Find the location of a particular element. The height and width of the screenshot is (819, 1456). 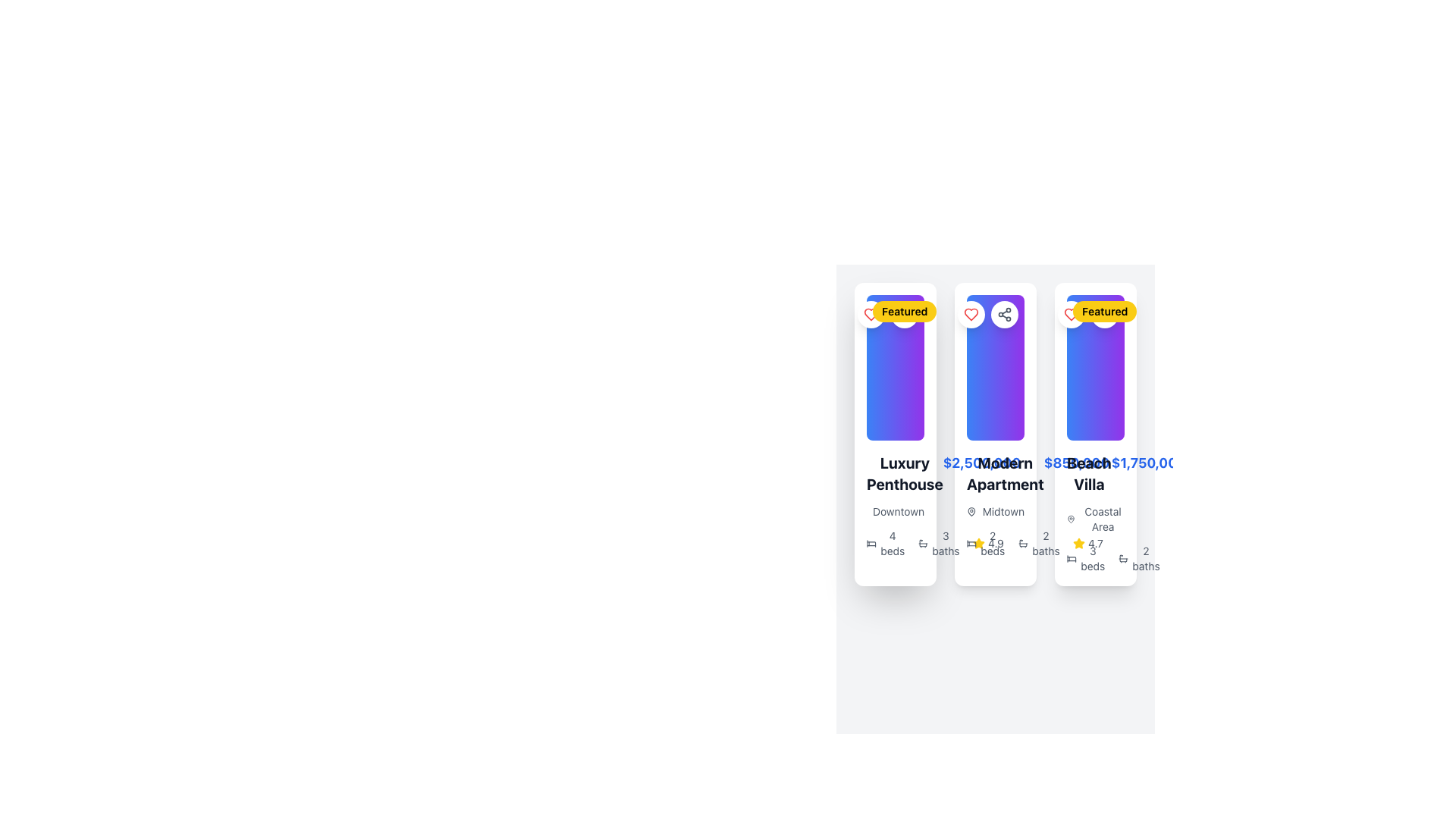

the share icon, which consists of three connected circles in a minimalistic gray design is located at coordinates (1004, 314).